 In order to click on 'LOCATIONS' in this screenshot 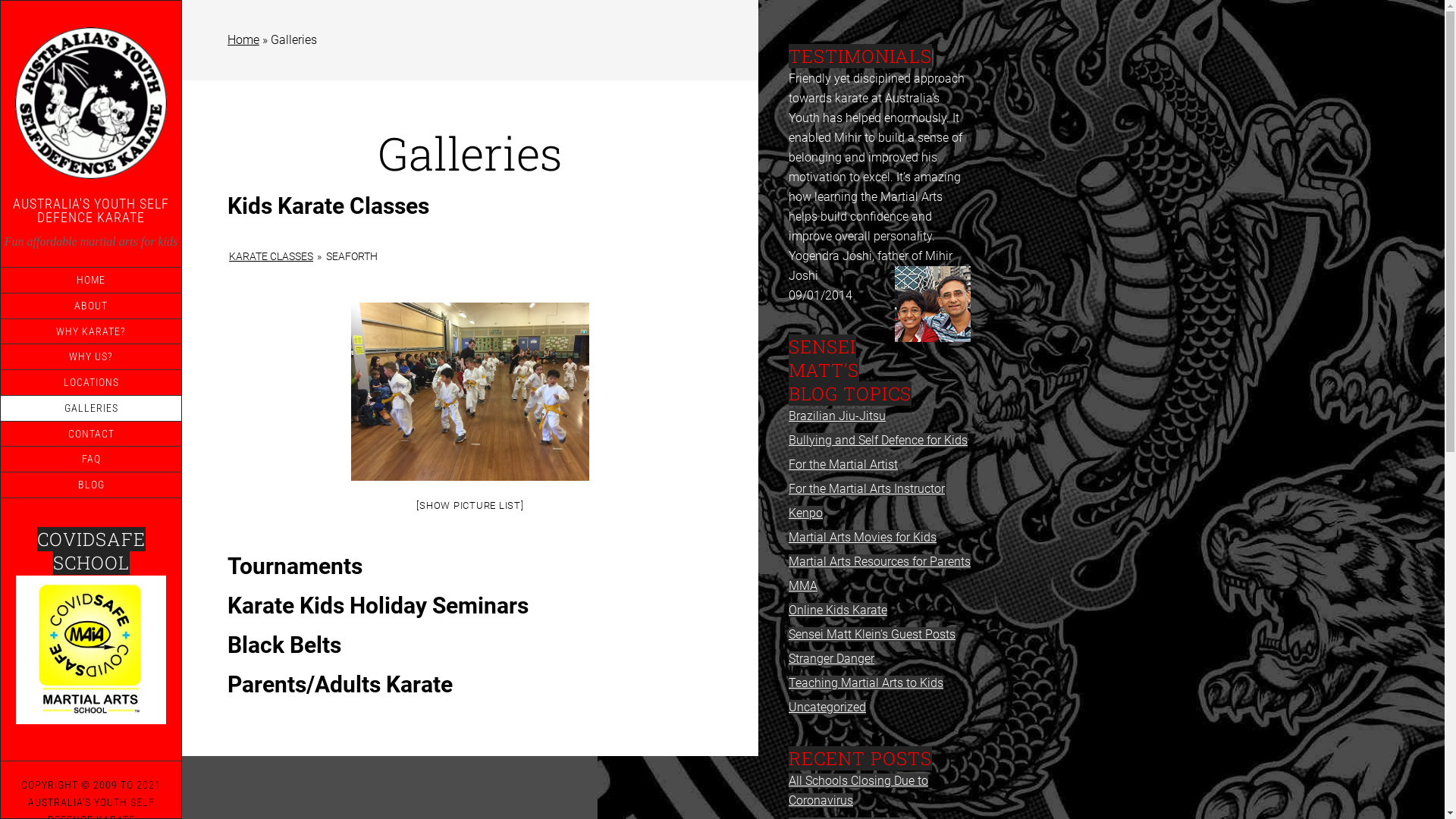, I will do `click(90, 381)`.